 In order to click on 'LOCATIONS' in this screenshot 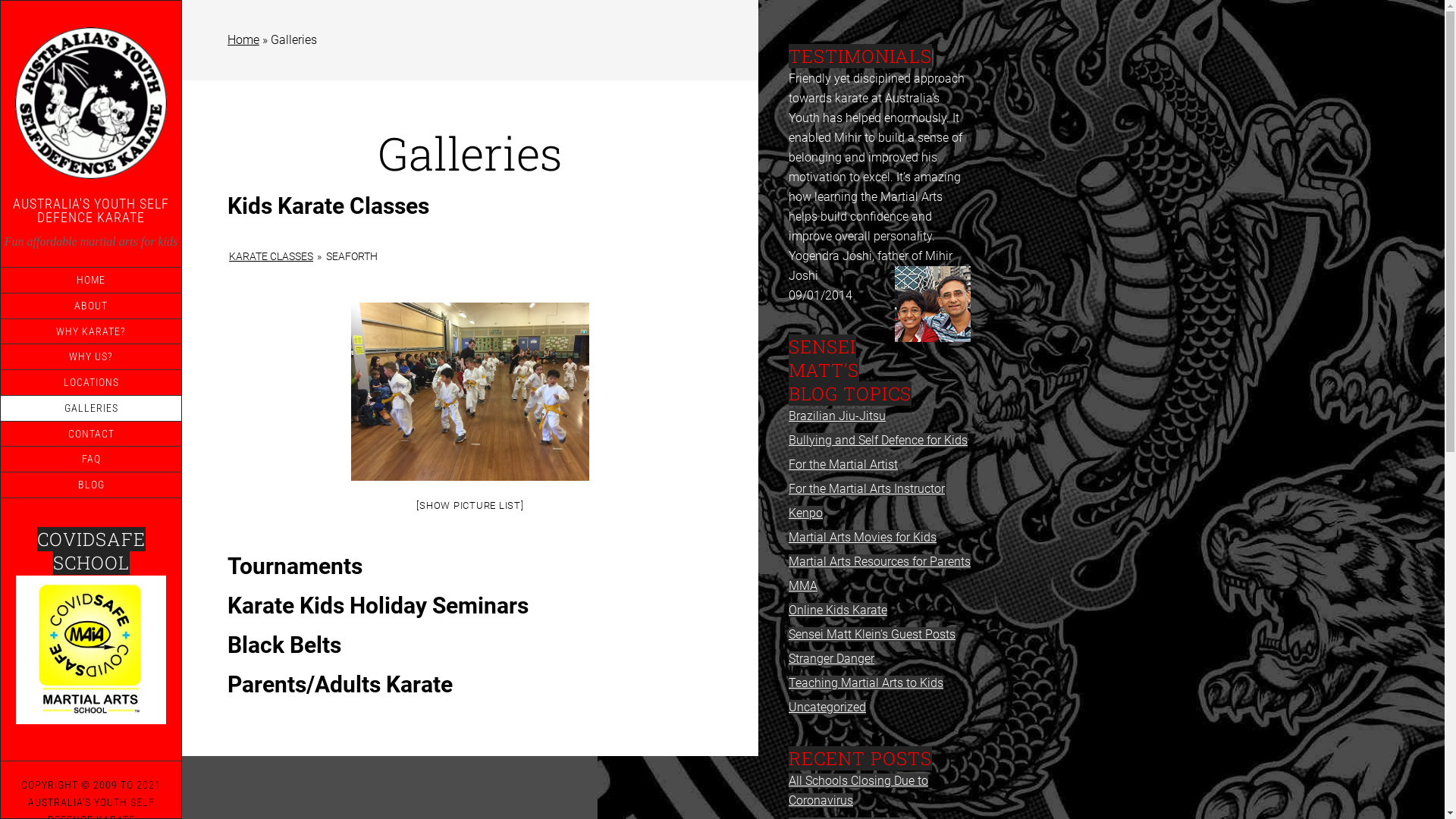, I will do `click(90, 381)`.